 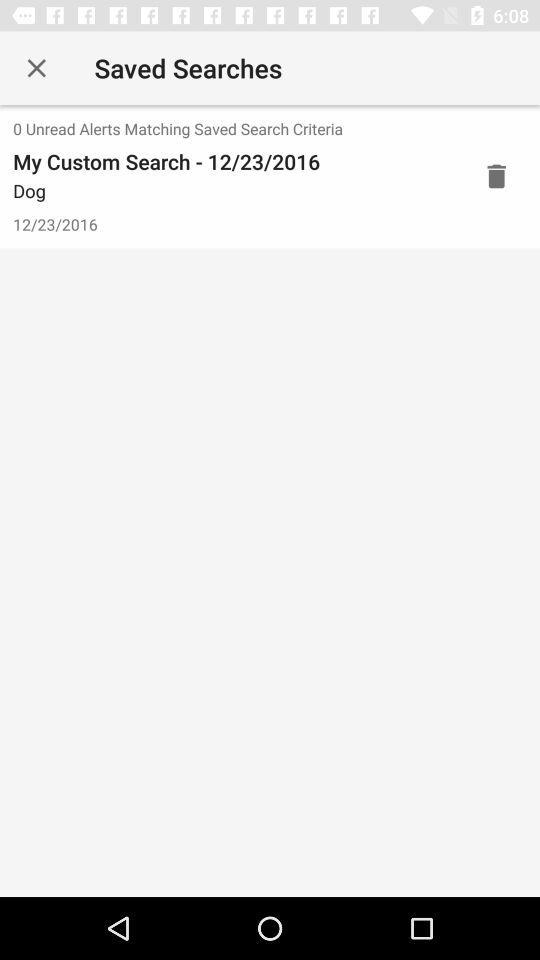 What do you see at coordinates (36, 68) in the screenshot?
I see `tab` at bounding box center [36, 68].